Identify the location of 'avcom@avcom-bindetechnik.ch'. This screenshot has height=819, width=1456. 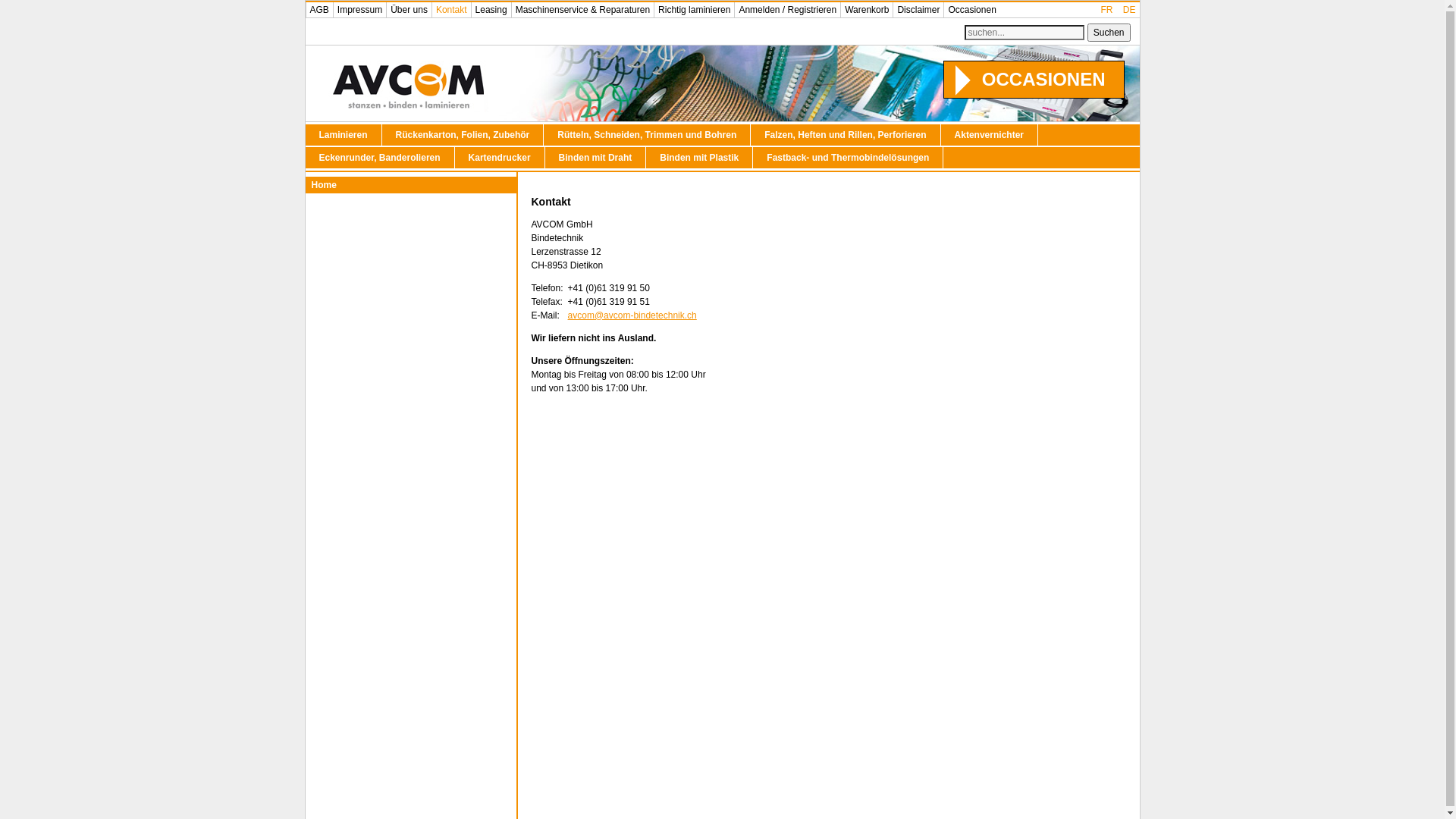
(566, 315).